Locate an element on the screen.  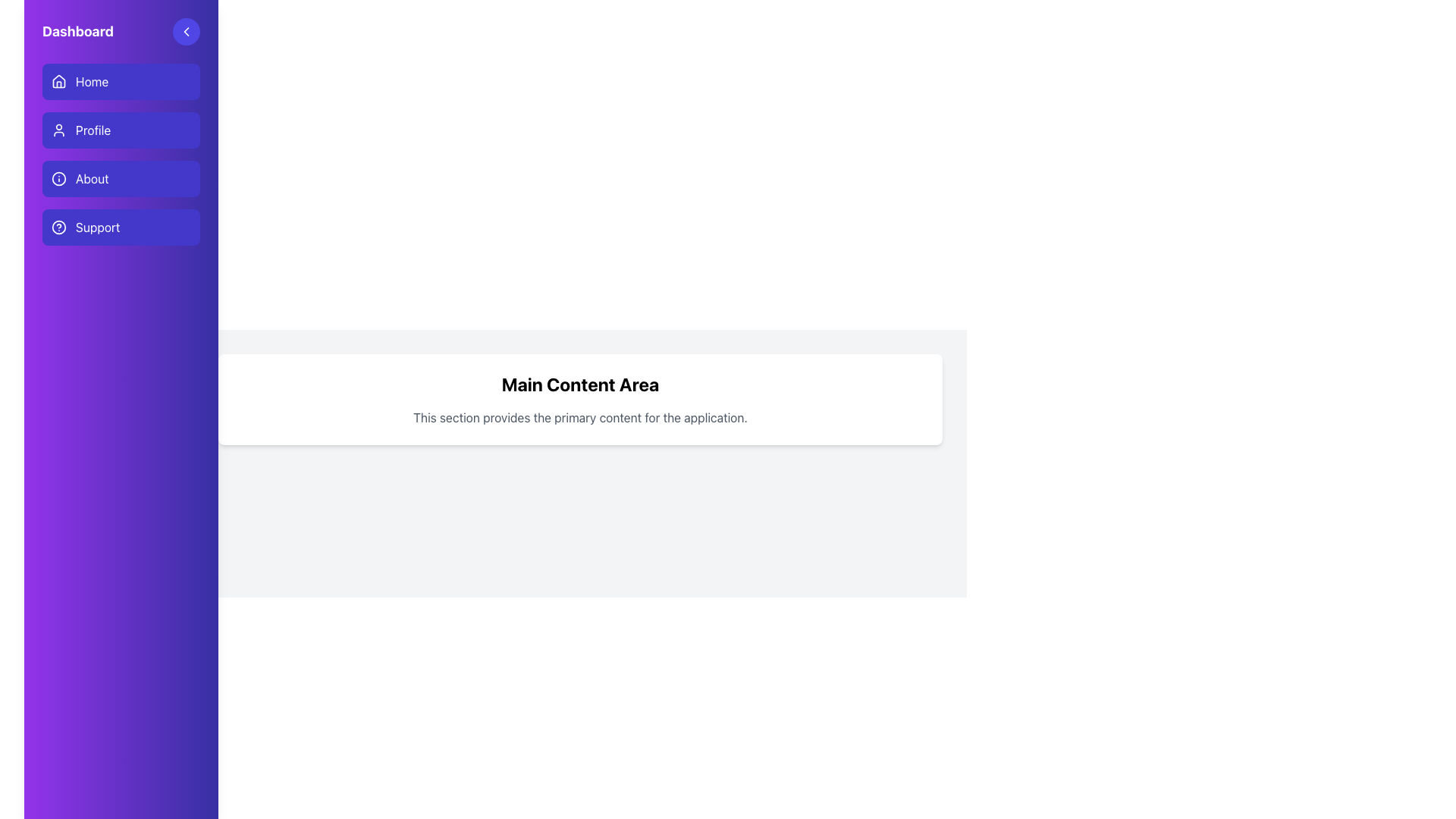
bold textual header displayed in a large font size, centrally positioned within a white rounded rectangle card is located at coordinates (579, 383).